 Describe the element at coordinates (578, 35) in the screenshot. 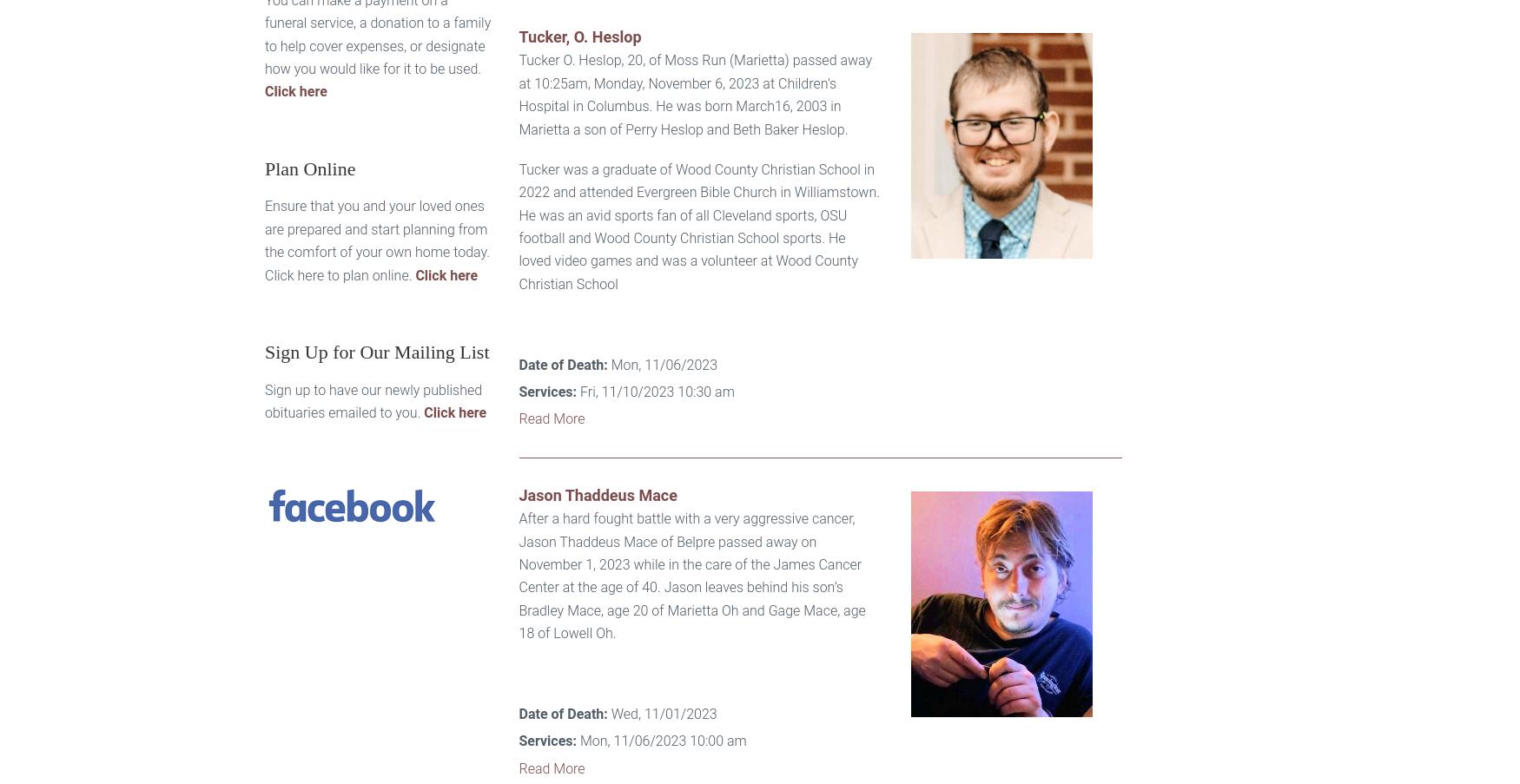

I see `'Tucker, O. Heslop'` at that location.